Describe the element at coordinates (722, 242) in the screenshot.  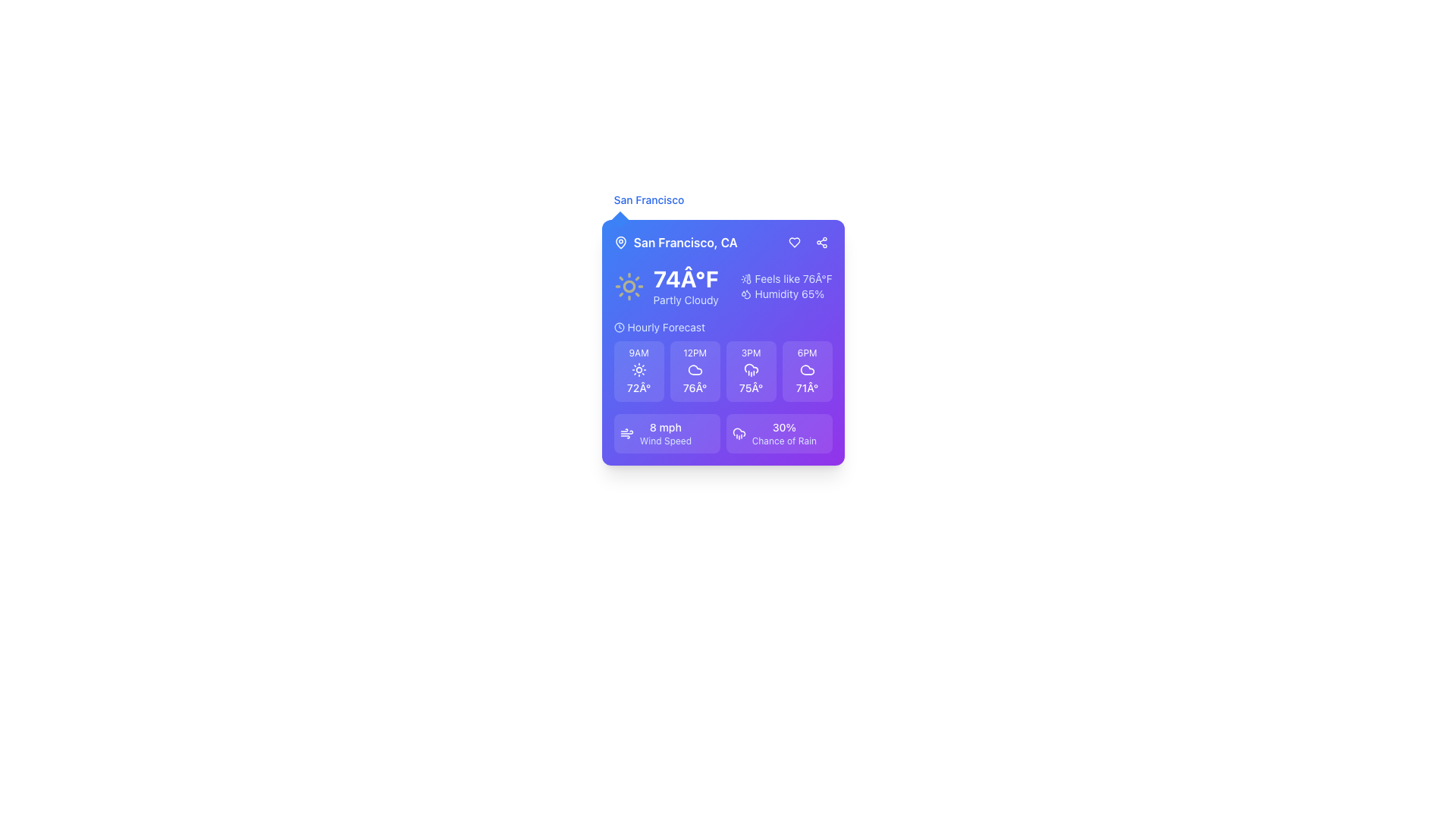
I see `the text label reading 'San Francisco, CA' with a map pin icon, located at the top center of the card interface` at that location.